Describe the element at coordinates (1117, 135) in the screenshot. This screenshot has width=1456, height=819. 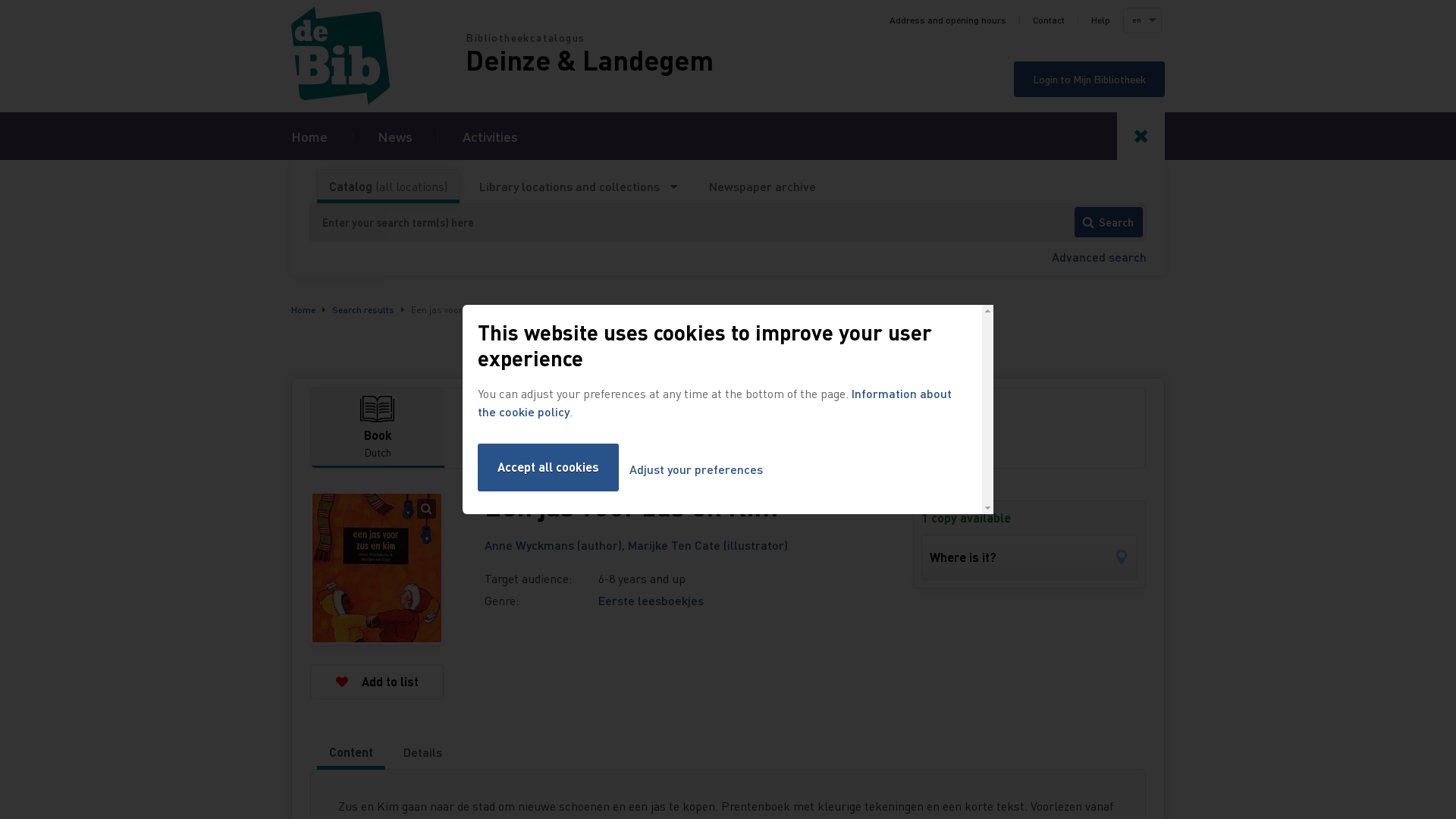
I see `'Toggle search'` at that location.